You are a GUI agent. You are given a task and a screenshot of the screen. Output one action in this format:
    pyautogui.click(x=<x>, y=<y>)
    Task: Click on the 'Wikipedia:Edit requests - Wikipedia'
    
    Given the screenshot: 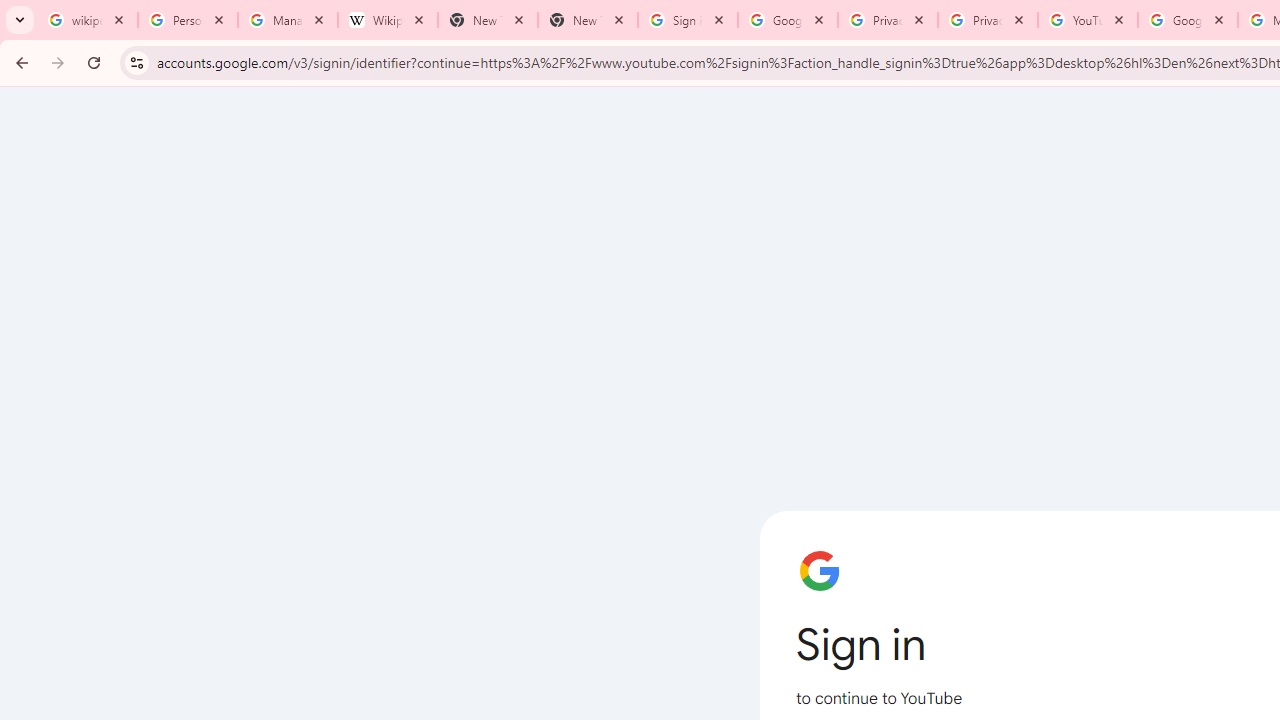 What is the action you would take?
    pyautogui.click(x=387, y=20)
    